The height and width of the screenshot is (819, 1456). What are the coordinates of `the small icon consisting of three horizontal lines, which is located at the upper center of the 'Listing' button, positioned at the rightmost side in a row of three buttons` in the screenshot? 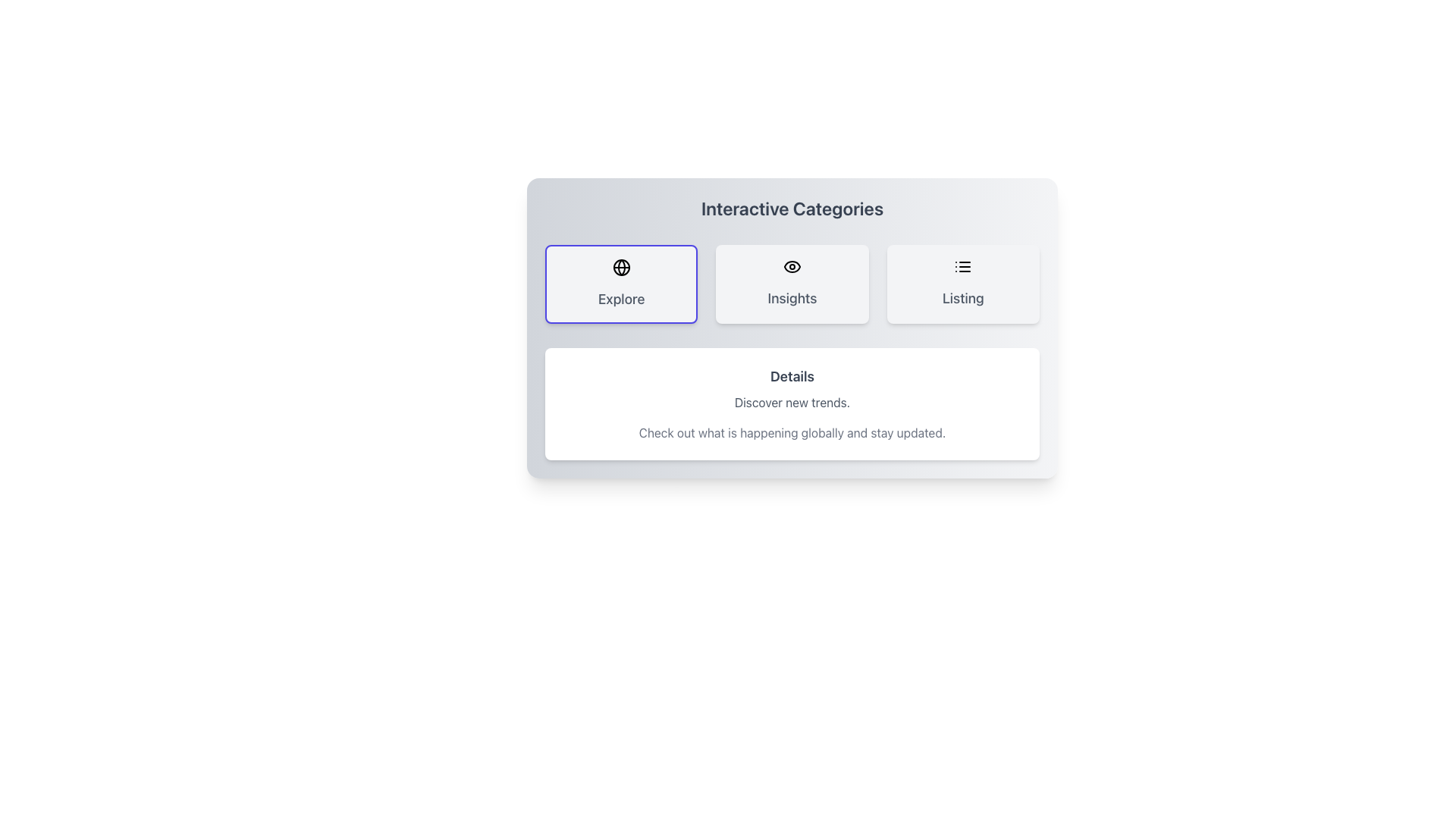 It's located at (962, 265).